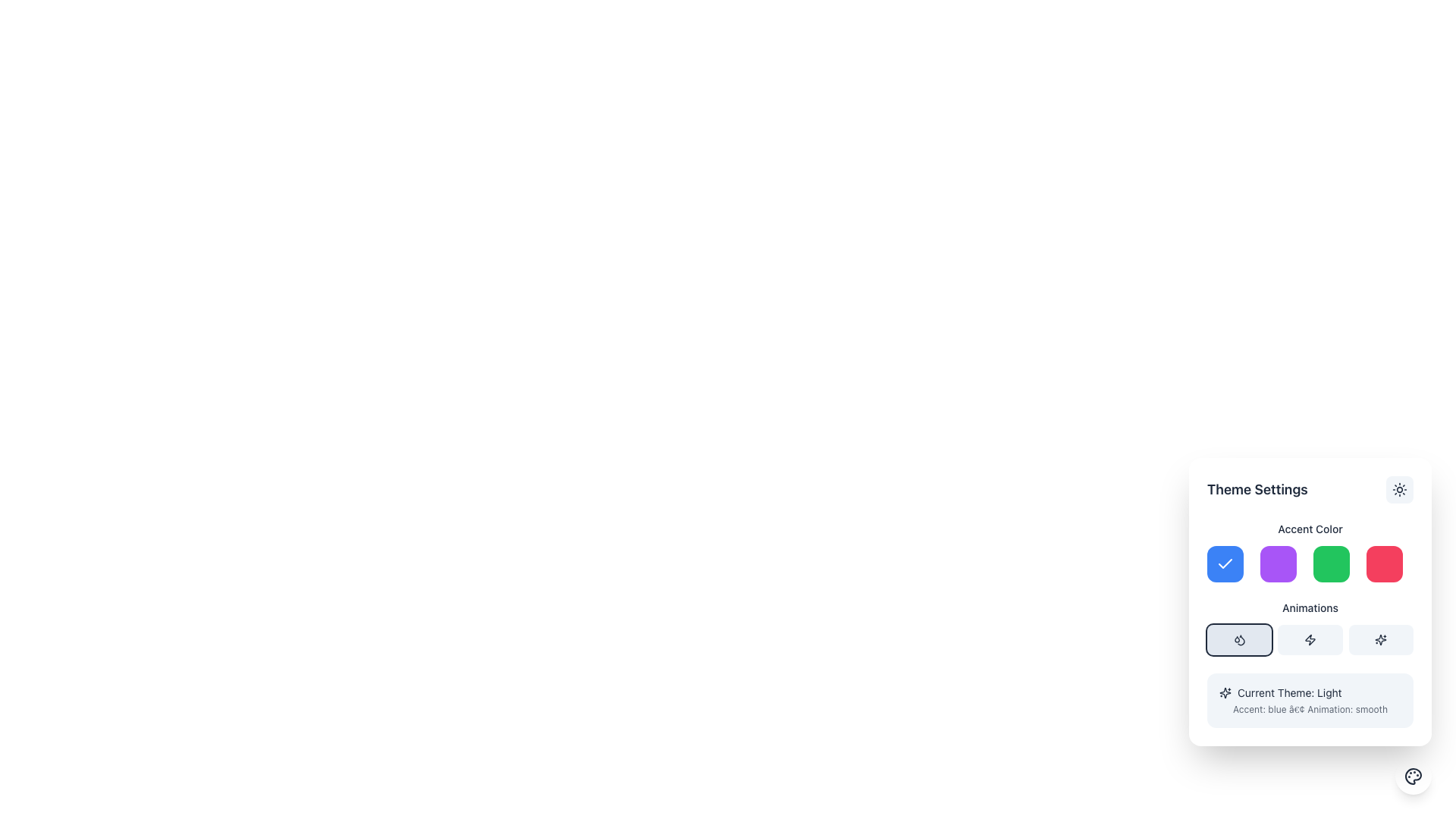  Describe the element at coordinates (1225, 693) in the screenshot. I see `the sparkles icon located in the 'Current Theme: Light' section, which features a minimalistic monochromatic outline design` at that location.